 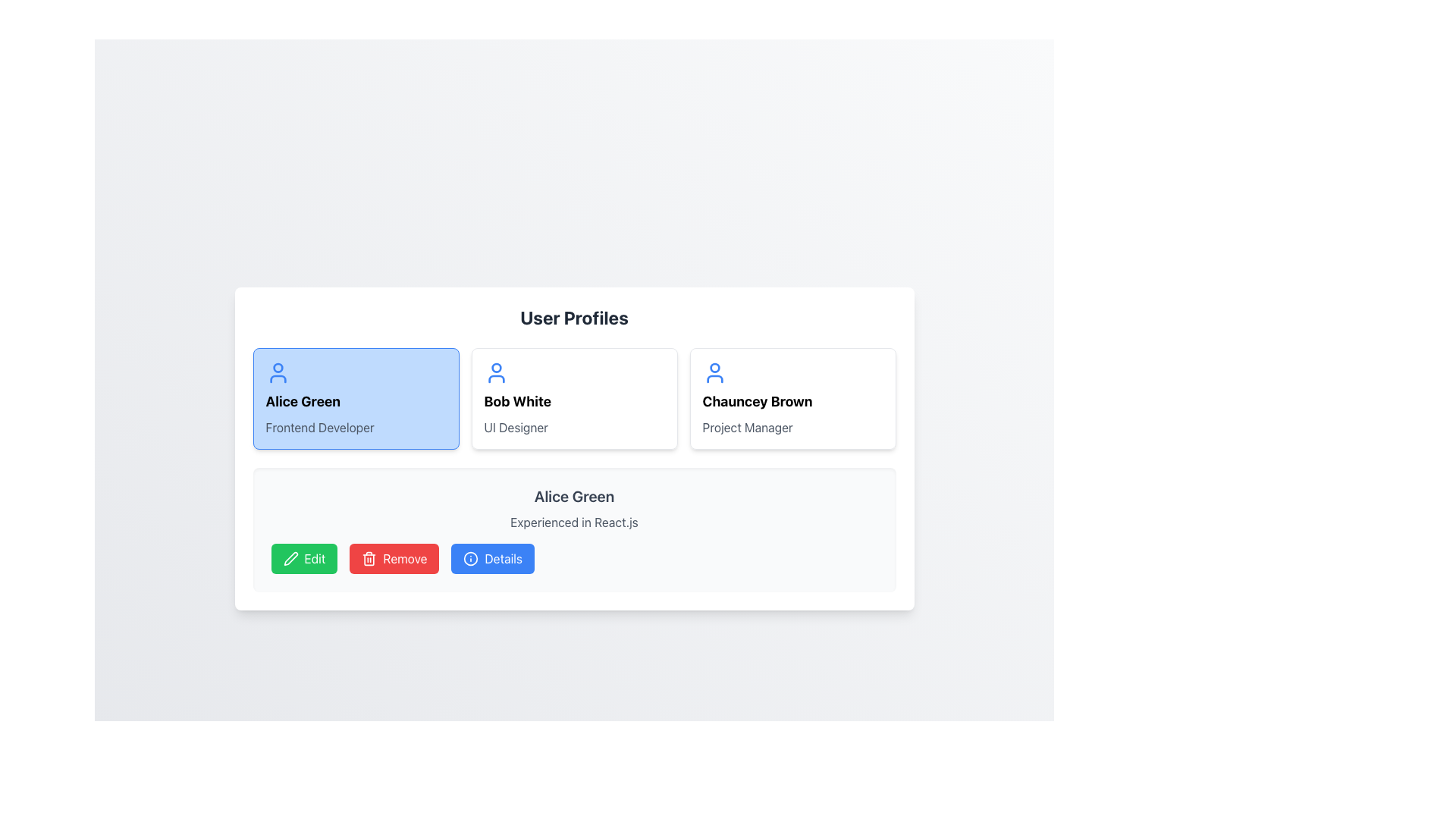 What do you see at coordinates (394, 558) in the screenshot?
I see `the 'Remove' button, which has a white text on a red background and a trash bin icon` at bounding box center [394, 558].